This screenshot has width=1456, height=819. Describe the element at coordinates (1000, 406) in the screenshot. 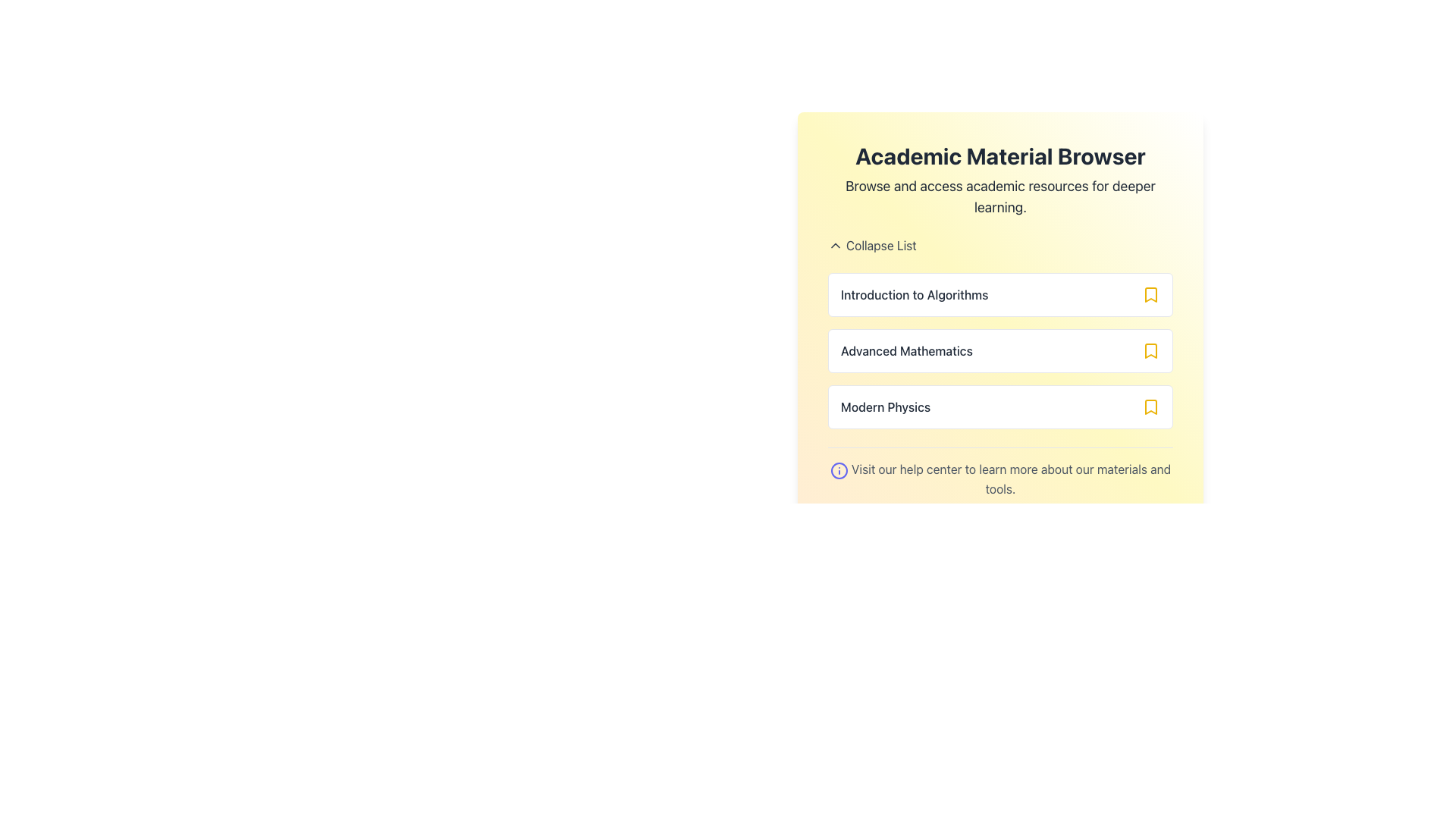

I see `the list item displaying 'Modern Physics'` at that location.